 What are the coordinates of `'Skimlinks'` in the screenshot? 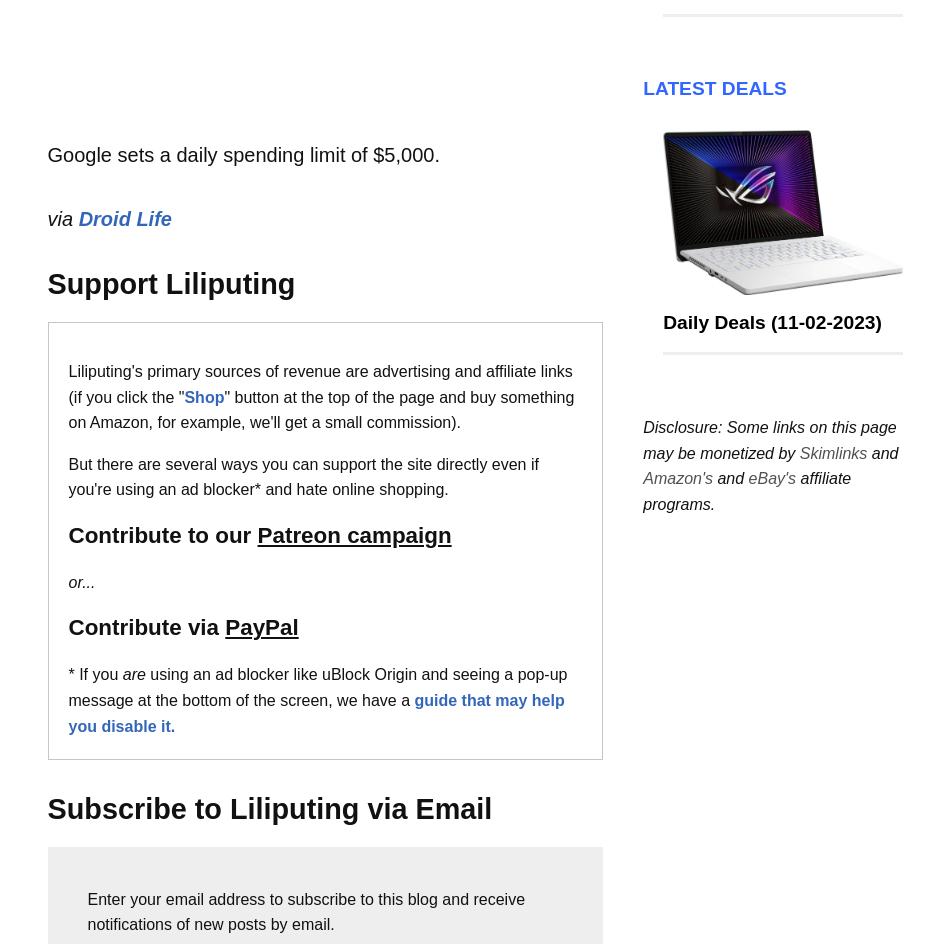 It's located at (831, 451).